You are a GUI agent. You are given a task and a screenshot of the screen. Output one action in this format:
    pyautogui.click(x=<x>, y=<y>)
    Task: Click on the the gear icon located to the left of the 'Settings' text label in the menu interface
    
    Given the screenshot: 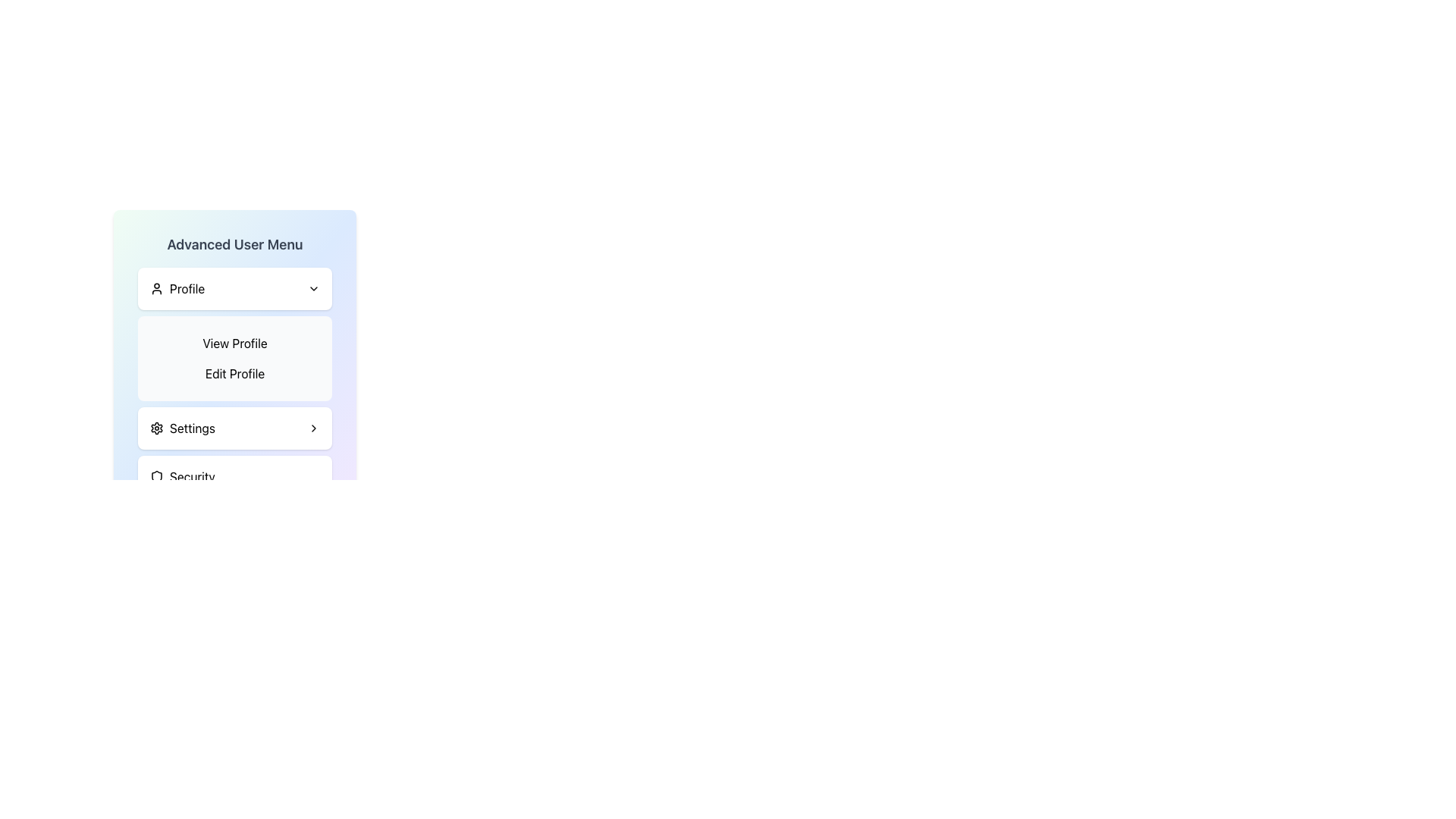 What is the action you would take?
    pyautogui.click(x=156, y=428)
    